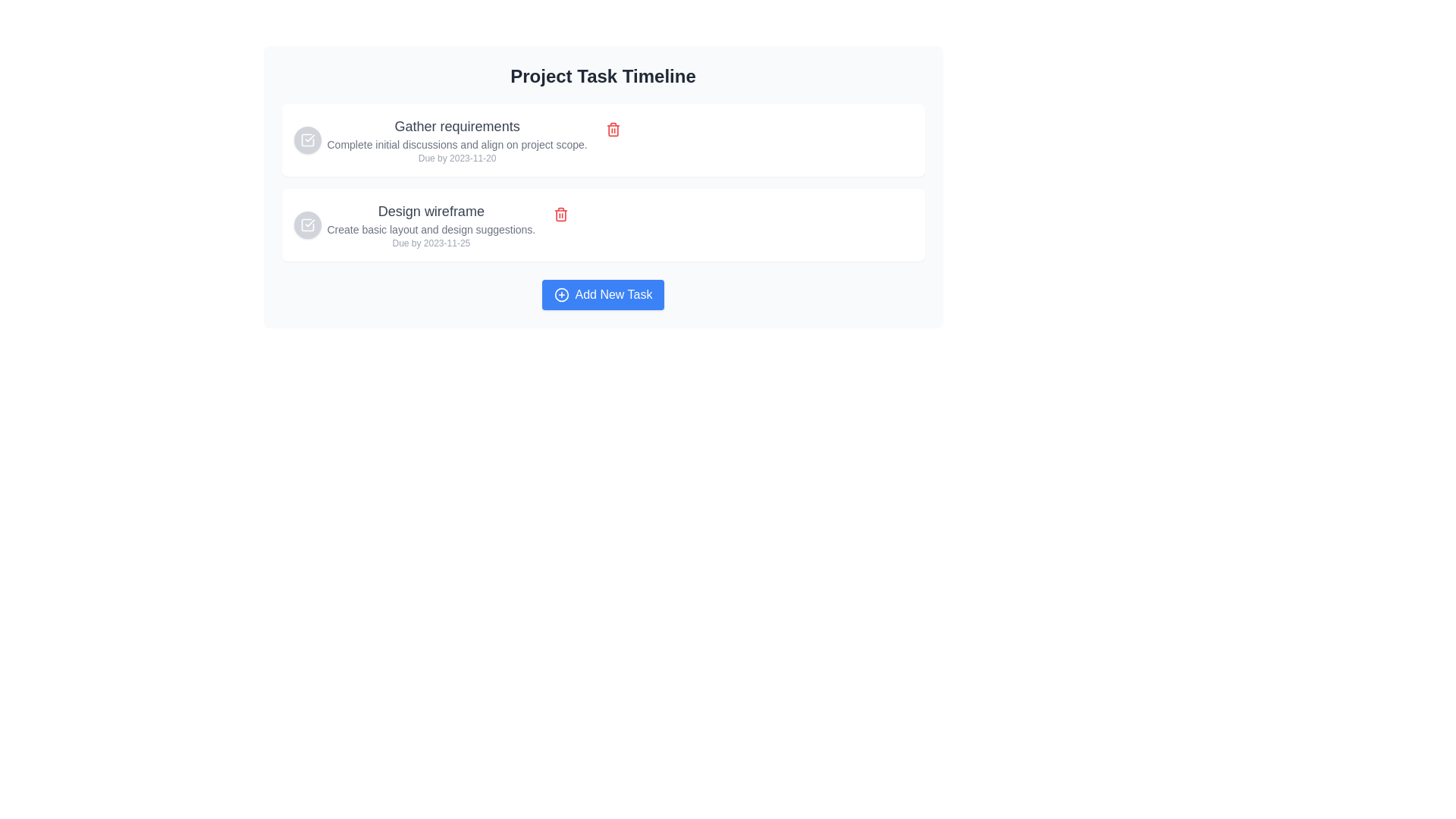 The width and height of the screenshot is (1456, 819). I want to click on the Text Label that serves as the title for the first task in the project timeline interface, located above the task description and due date, so click(457, 125).